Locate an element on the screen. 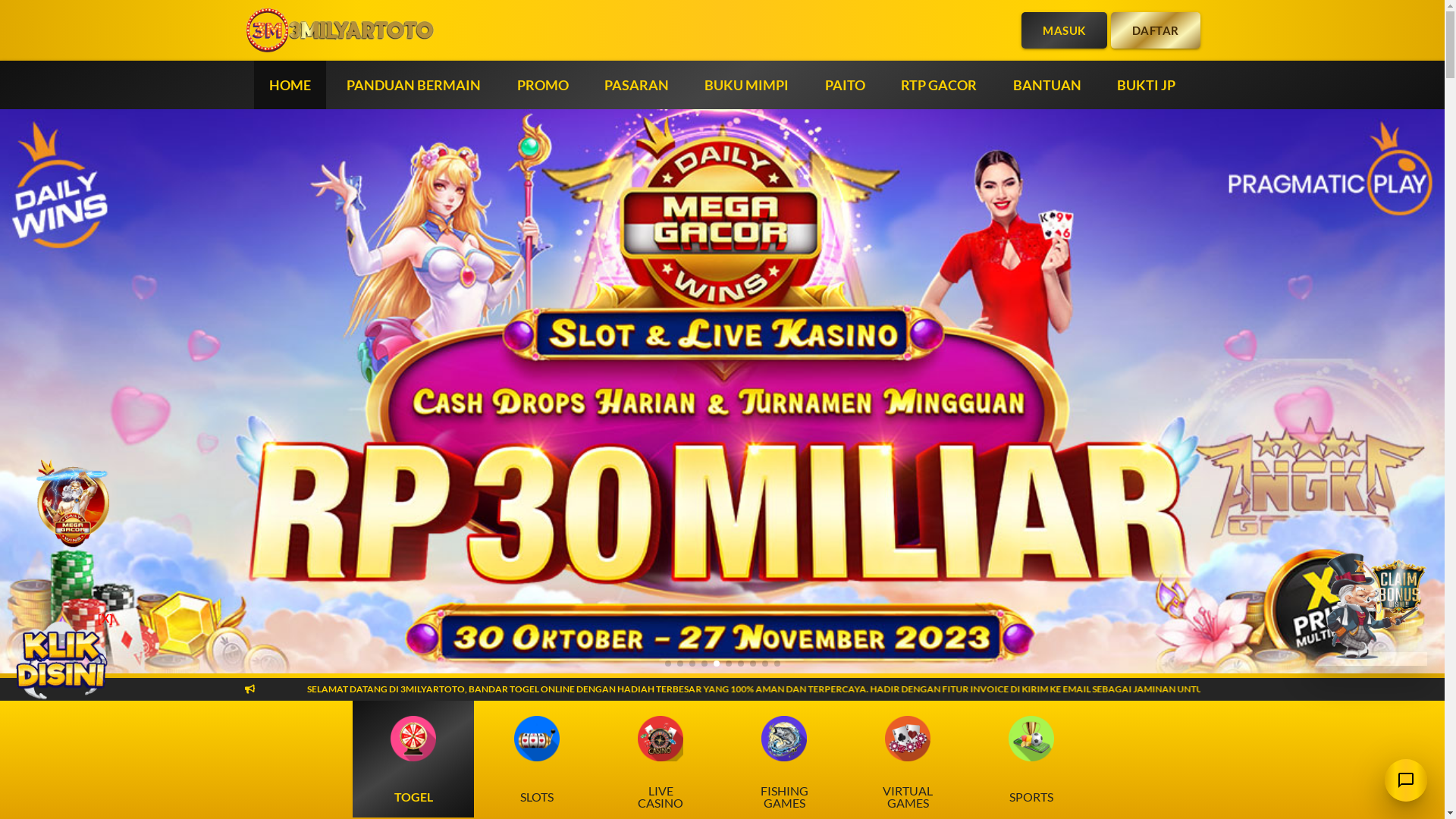 The width and height of the screenshot is (1456, 819). 'TOGEL' is located at coordinates (413, 759).